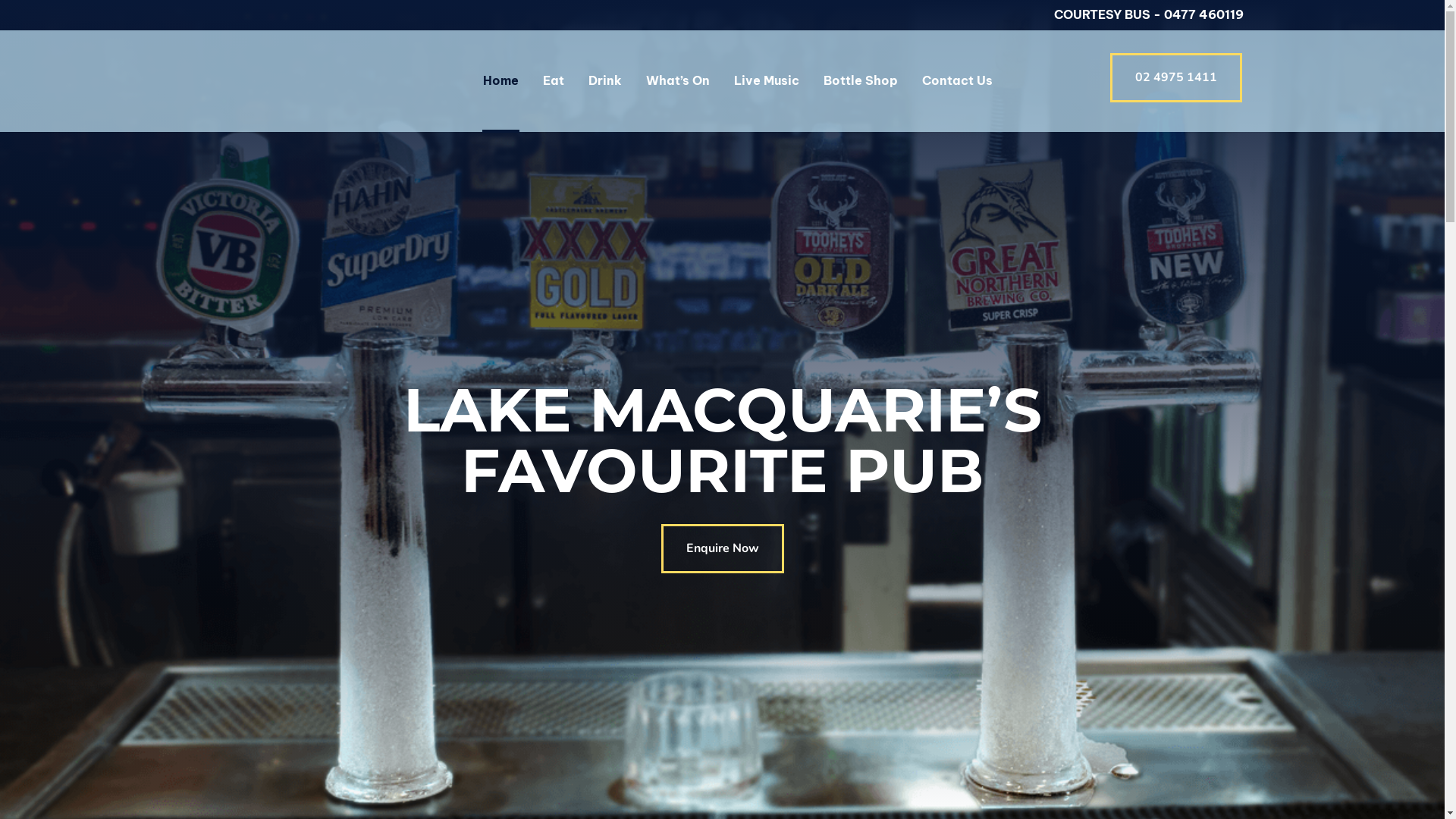 Image resolution: width=1456 pixels, height=819 pixels. Describe the element at coordinates (921, 80) in the screenshot. I see `'Contact Us'` at that location.